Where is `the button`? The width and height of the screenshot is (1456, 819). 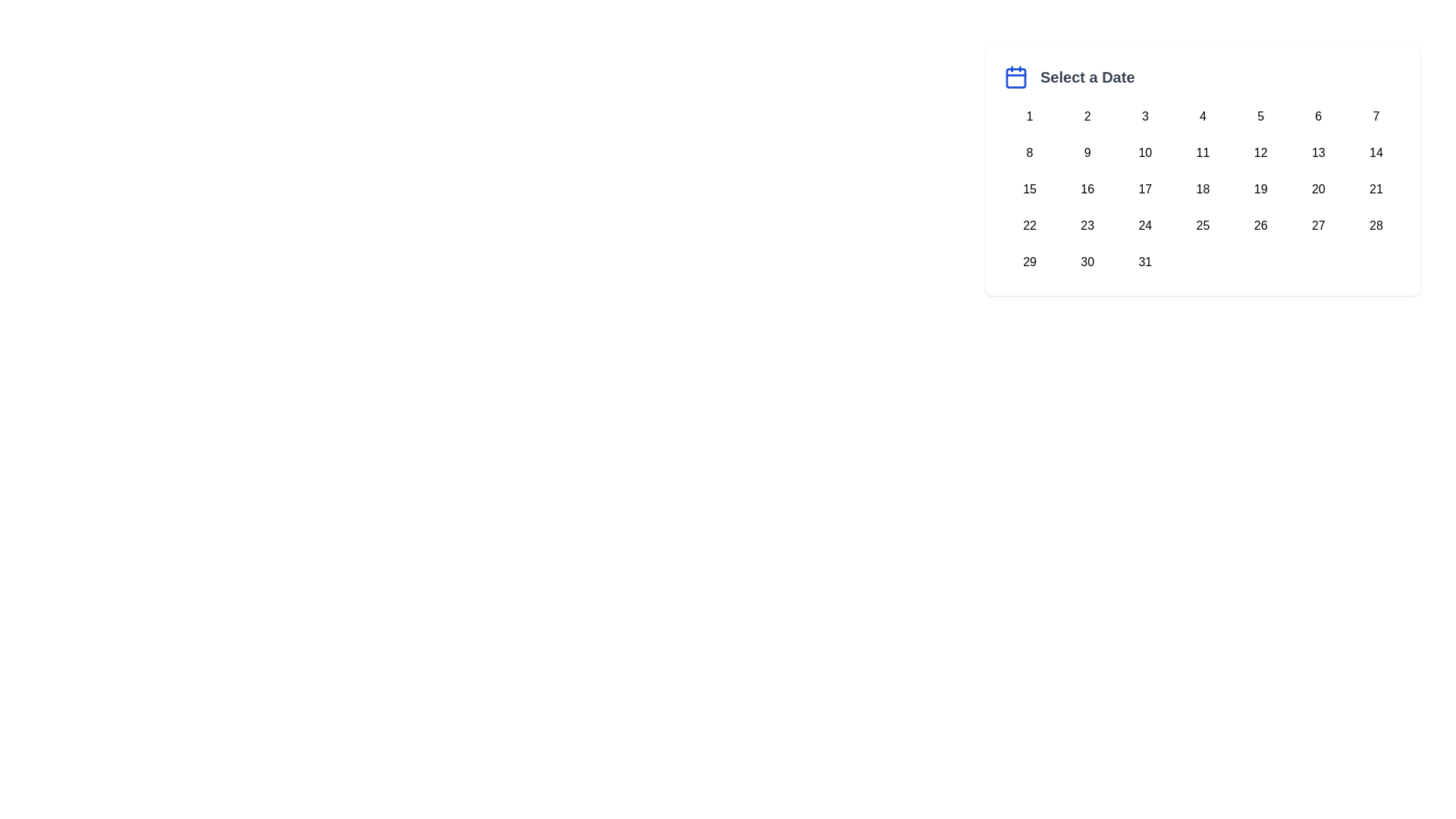 the button is located at coordinates (1202, 225).